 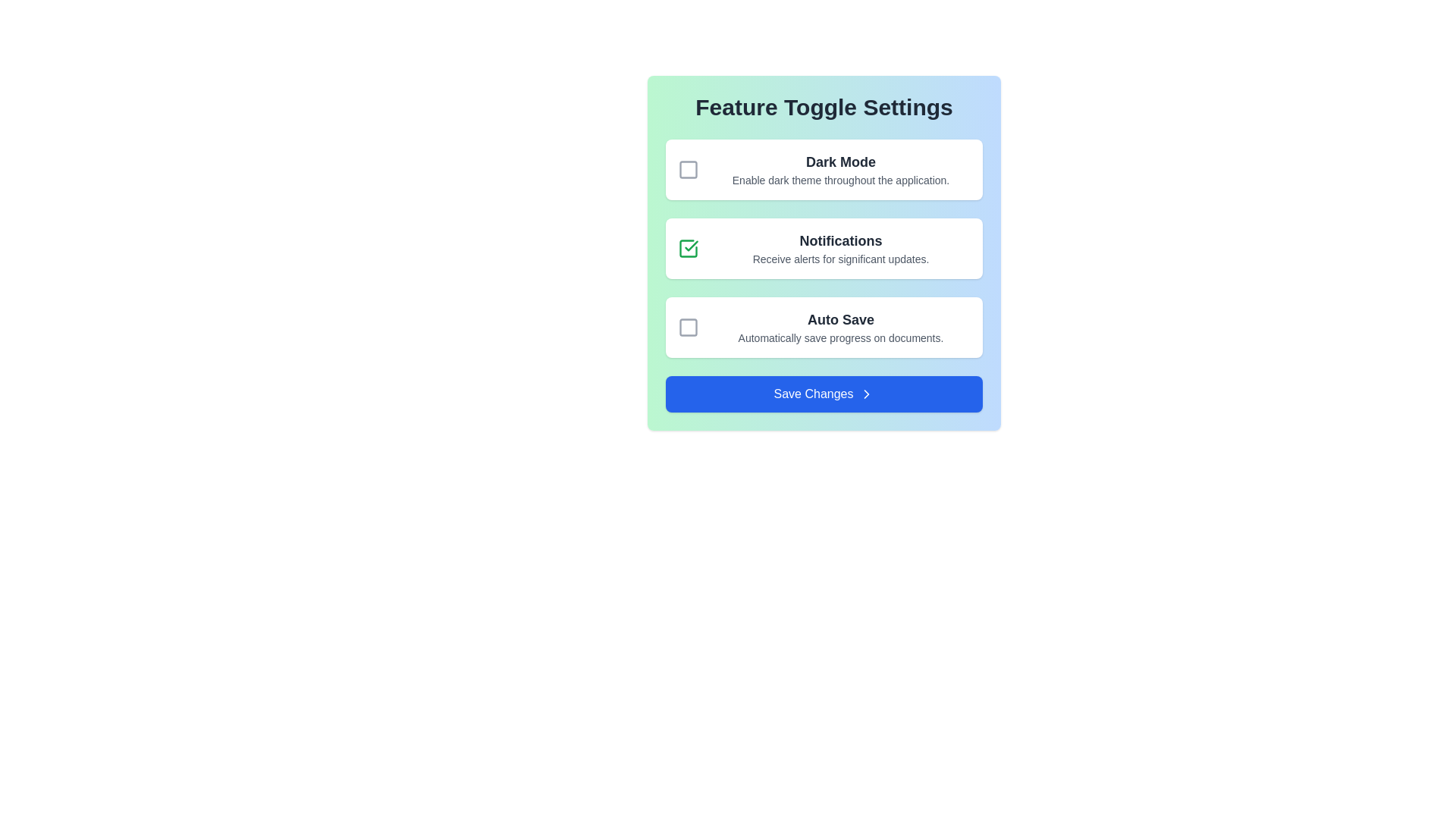 I want to click on the centrally aligned text label that serves as the title for the 'Auto Save' feature, which informs users about the functionality of the associated toggle option, so click(x=839, y=318).